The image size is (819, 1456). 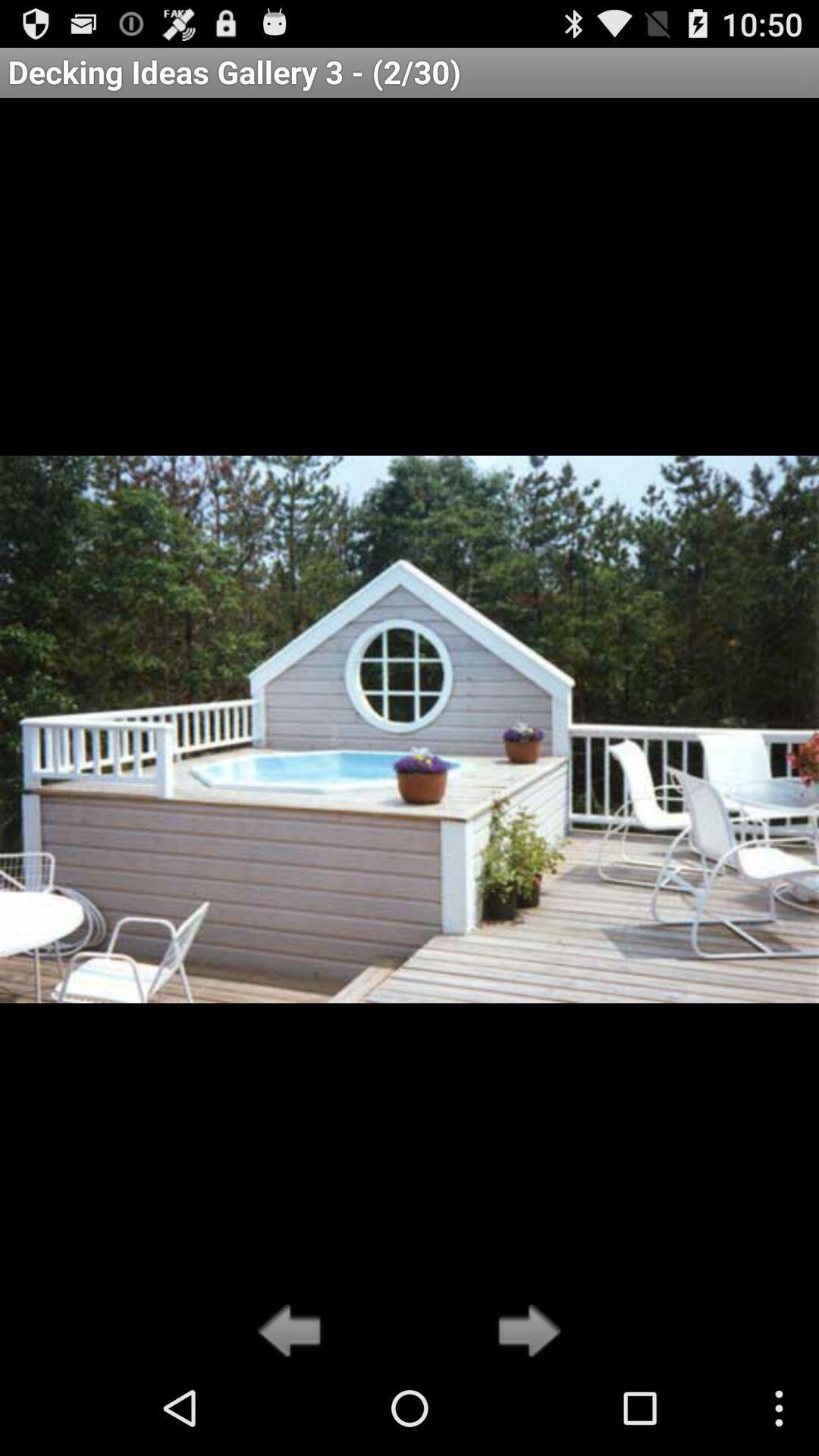 What do you see at coordinates (293, 1332) in the screenshot?
I see `back` at bounding box center [293, 1332].